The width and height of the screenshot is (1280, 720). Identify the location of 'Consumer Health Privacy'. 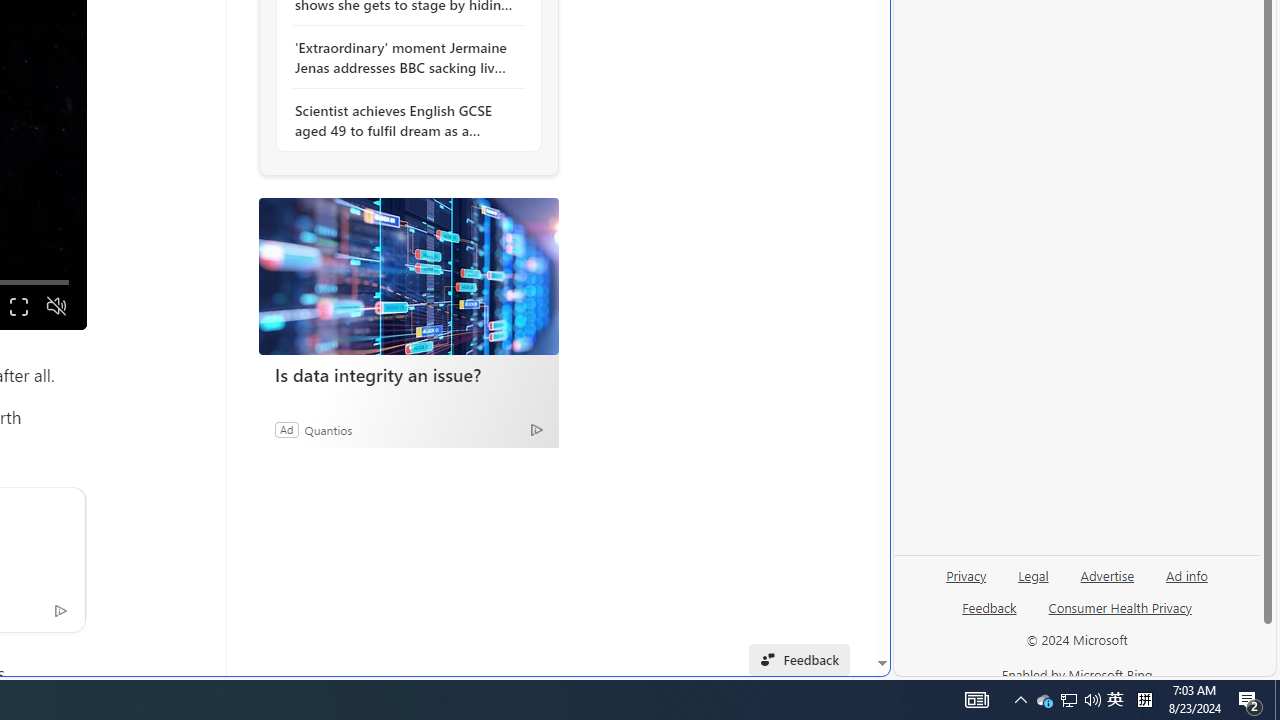
(1120, 606).